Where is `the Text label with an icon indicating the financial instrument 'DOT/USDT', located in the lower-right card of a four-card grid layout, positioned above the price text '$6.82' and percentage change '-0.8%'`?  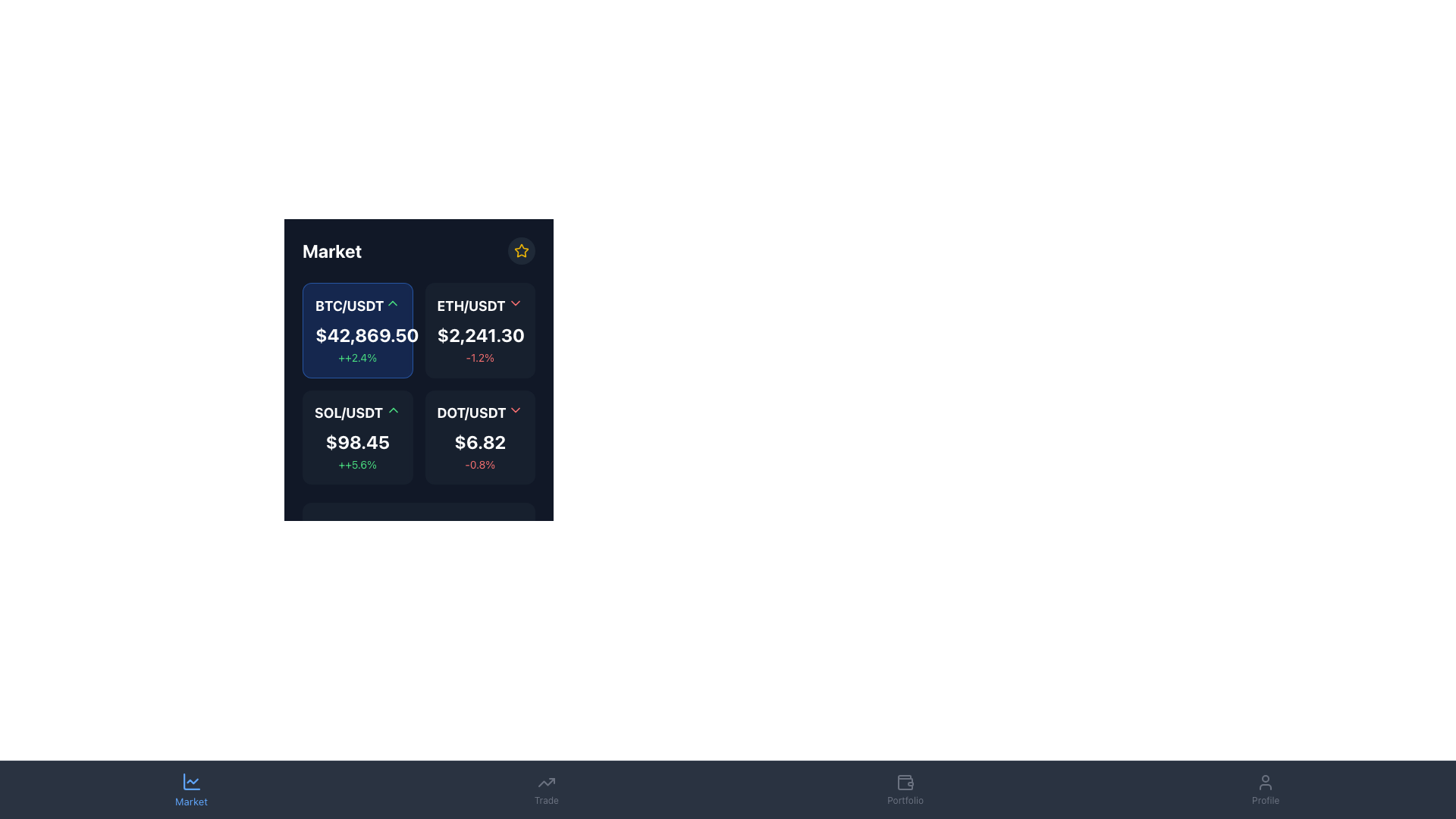 the Text label with an icon indicating the financial instrument 'DOT/USDT', located in the lower-right card of a four-card grid layout, positioned above the price text '$6.82' and percentage change '-0.8%' is located at coordinates (479, 413).